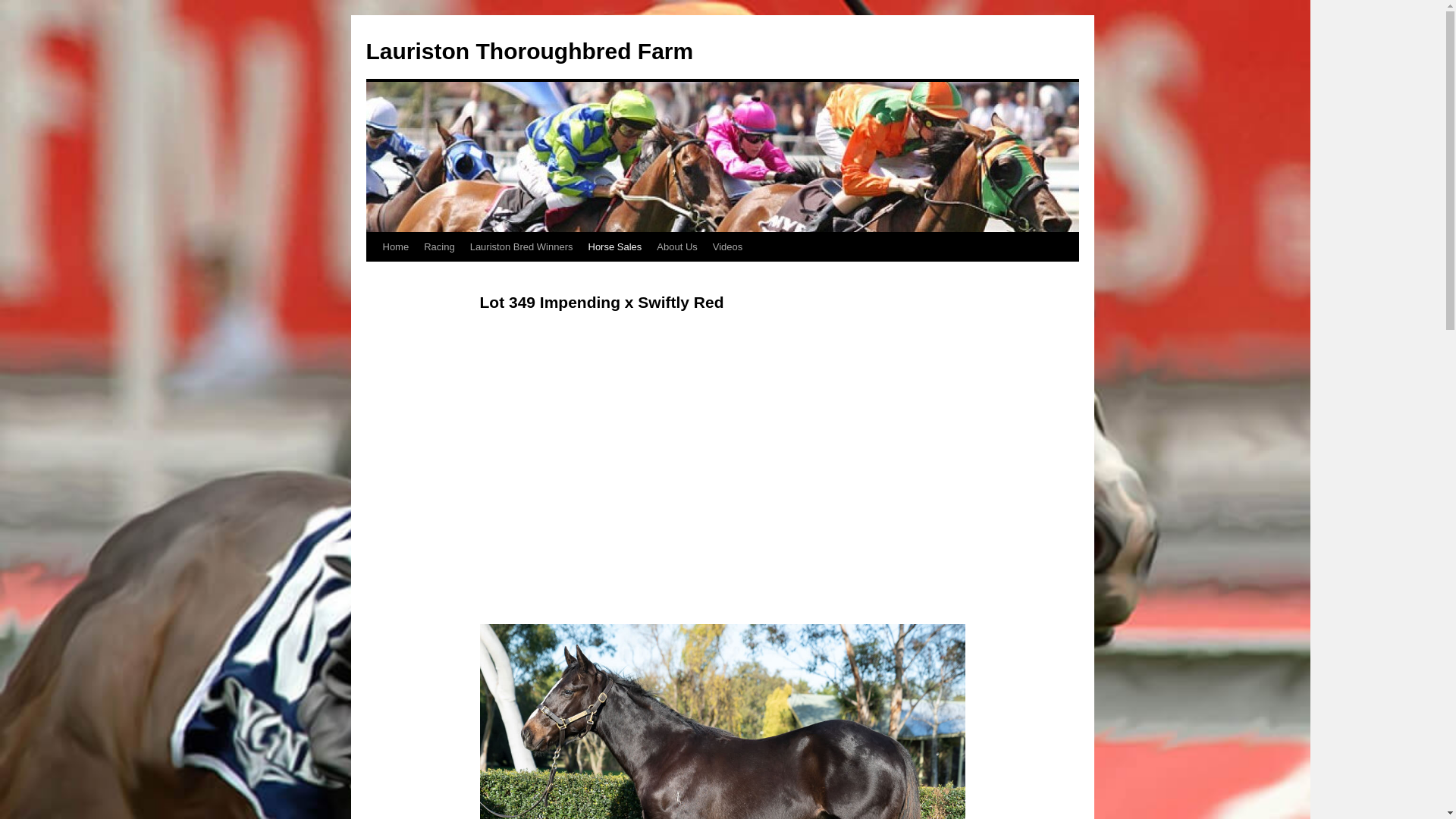 This screenshot has width=1456, height=819. Describe the element at coordinates (461, 246) in the screenshot. I see `'Lauriston Bred Winners'` at that location.